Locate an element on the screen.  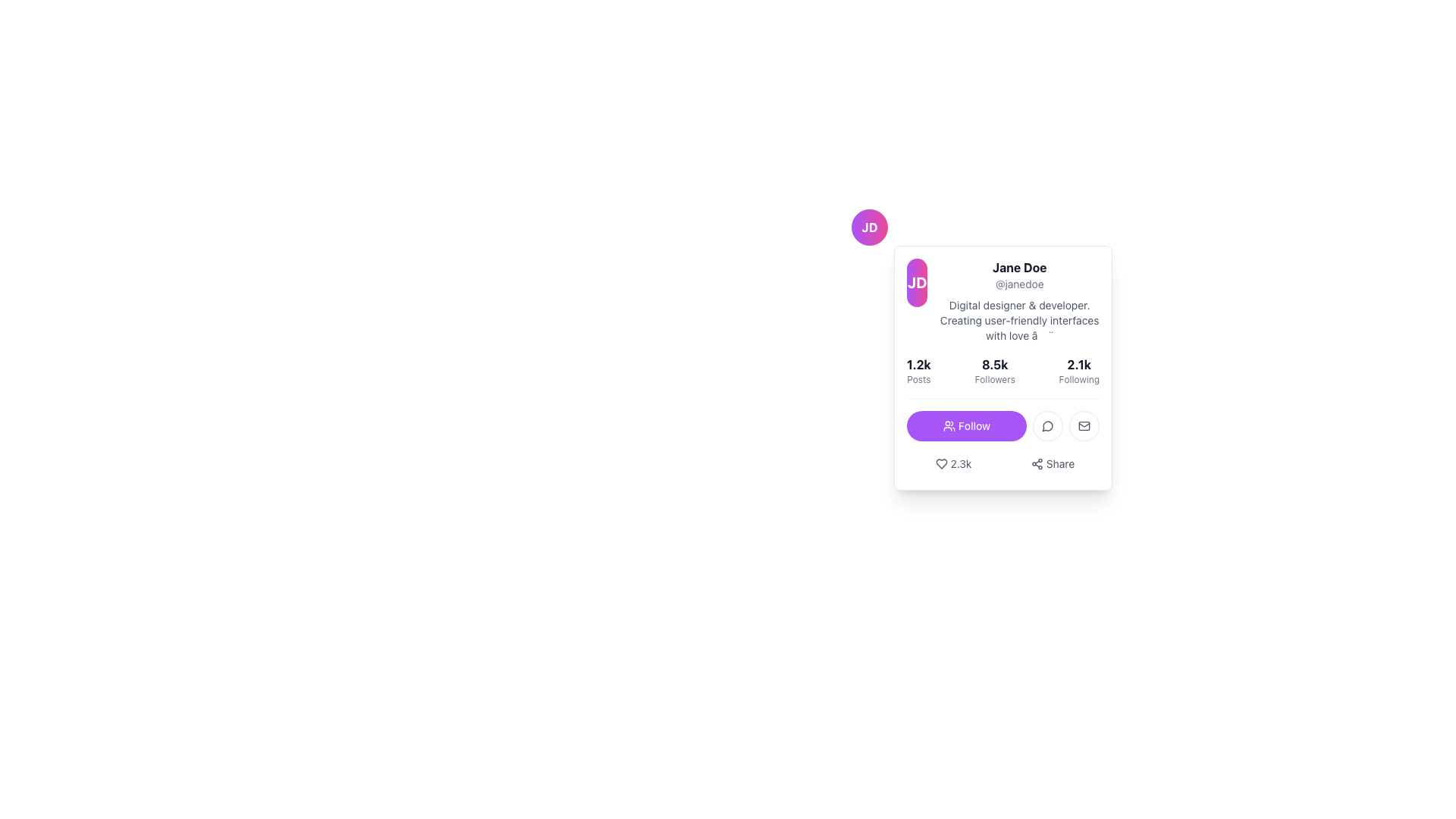
text content of the information display element that shows the number of accounts the user is following, located in the third section of the stats group near the bottom of the user card is located at coordinates (1078, 371).